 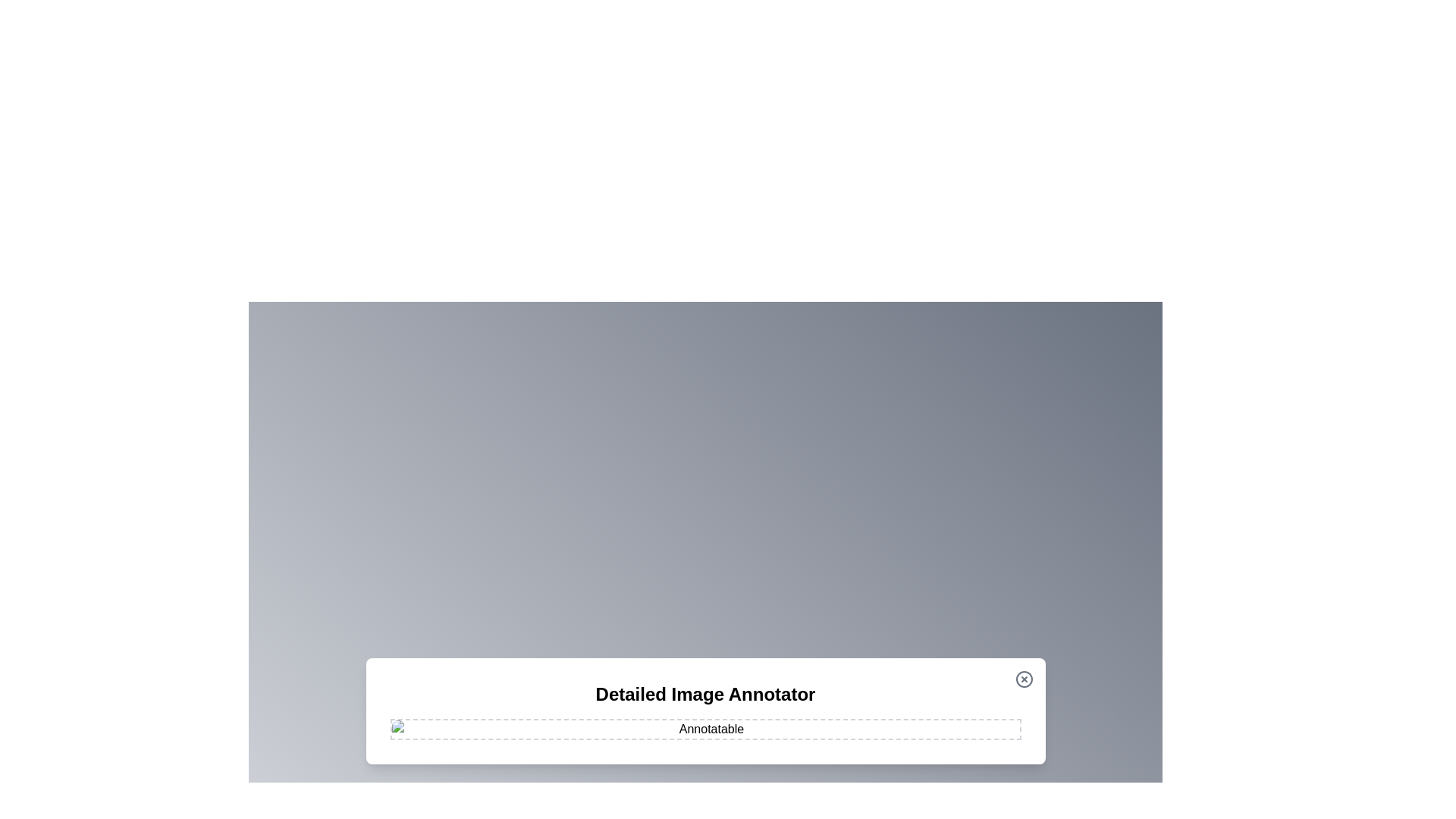 What do you see at coordinates (867, 730) in the screenshot?
I see `the image at coordinates (1144, 963) to add an annotation` at bounding box center [867, 730].